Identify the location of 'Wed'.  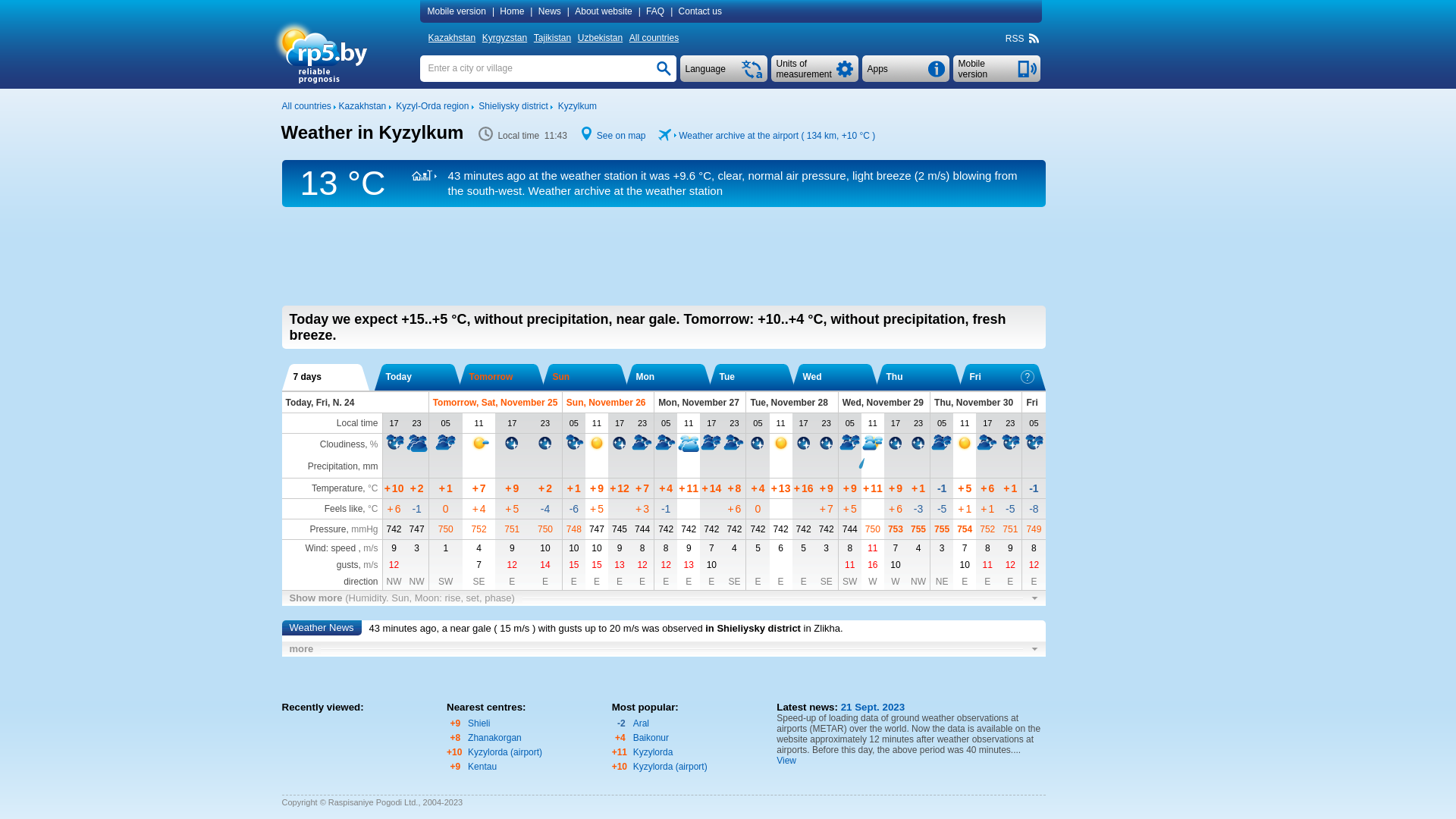
(833, 376).